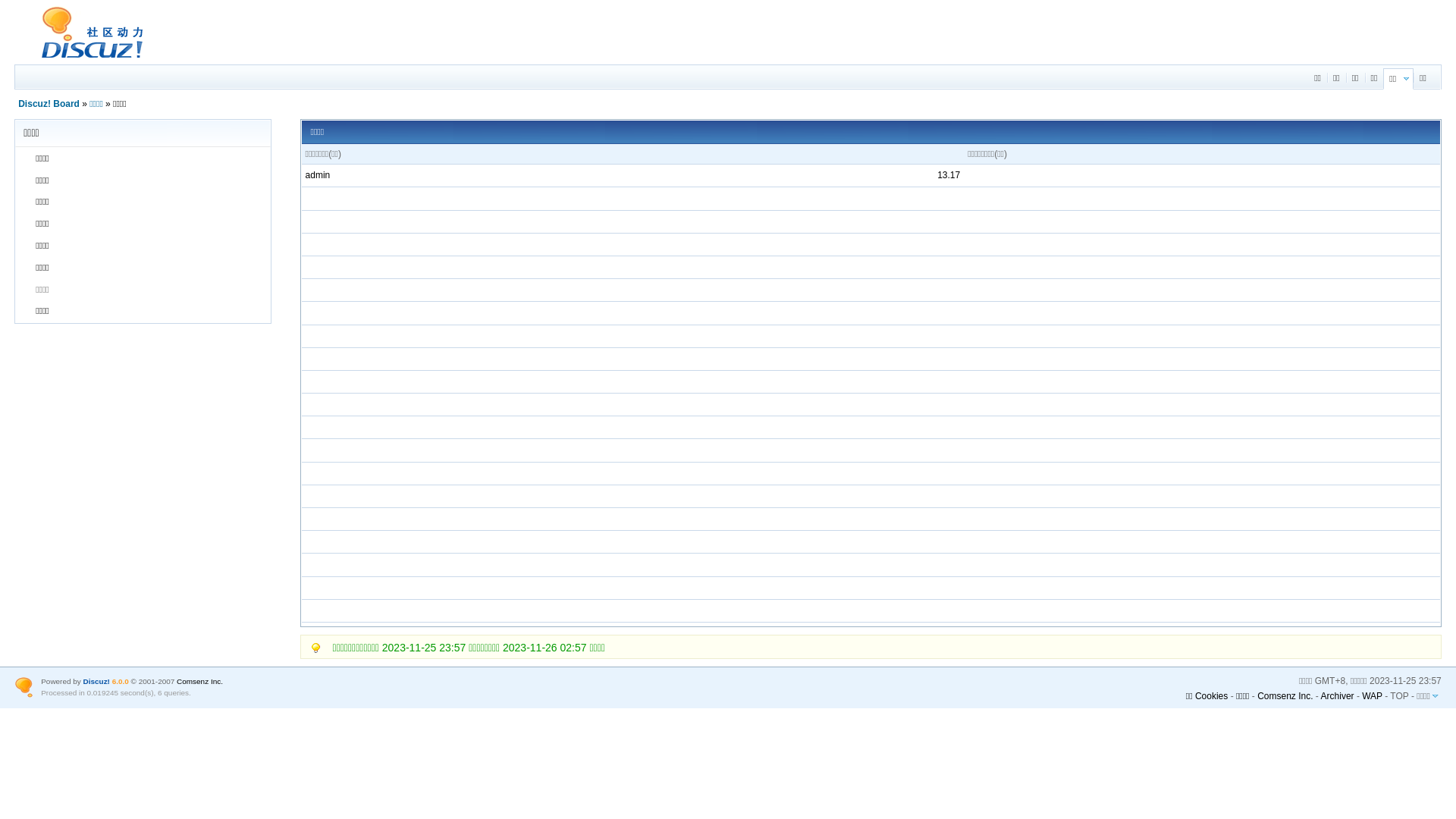 The height and width of the screenshot is (819, 1456). What do you see at coordinates (49, 103) in the screenshot?
I see `'Discuz! Board'` at bounding box center [49, 103].